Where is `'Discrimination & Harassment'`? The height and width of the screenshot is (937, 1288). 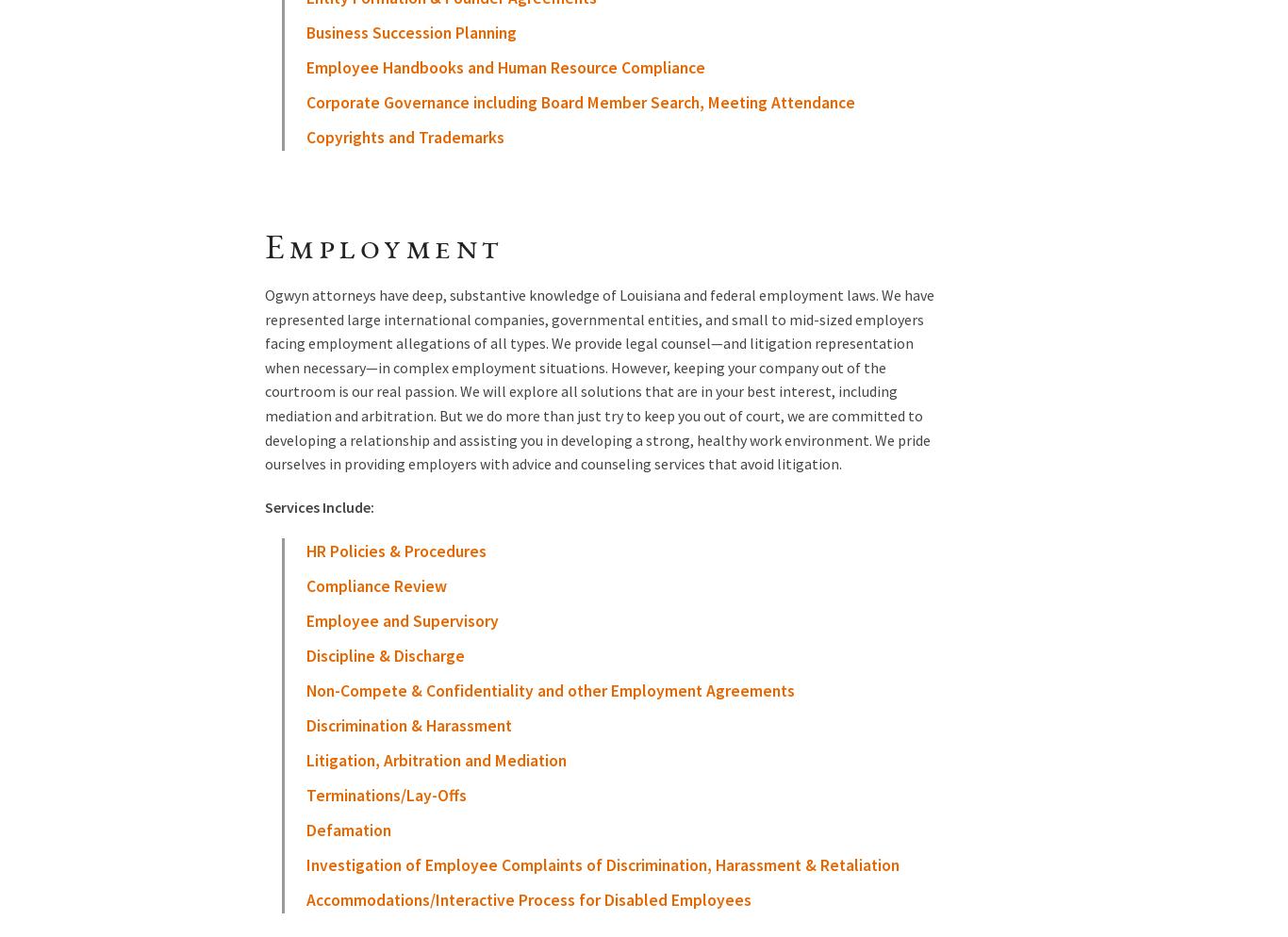
'Discrimination & Harassment' is located at coordinates (407, 724).